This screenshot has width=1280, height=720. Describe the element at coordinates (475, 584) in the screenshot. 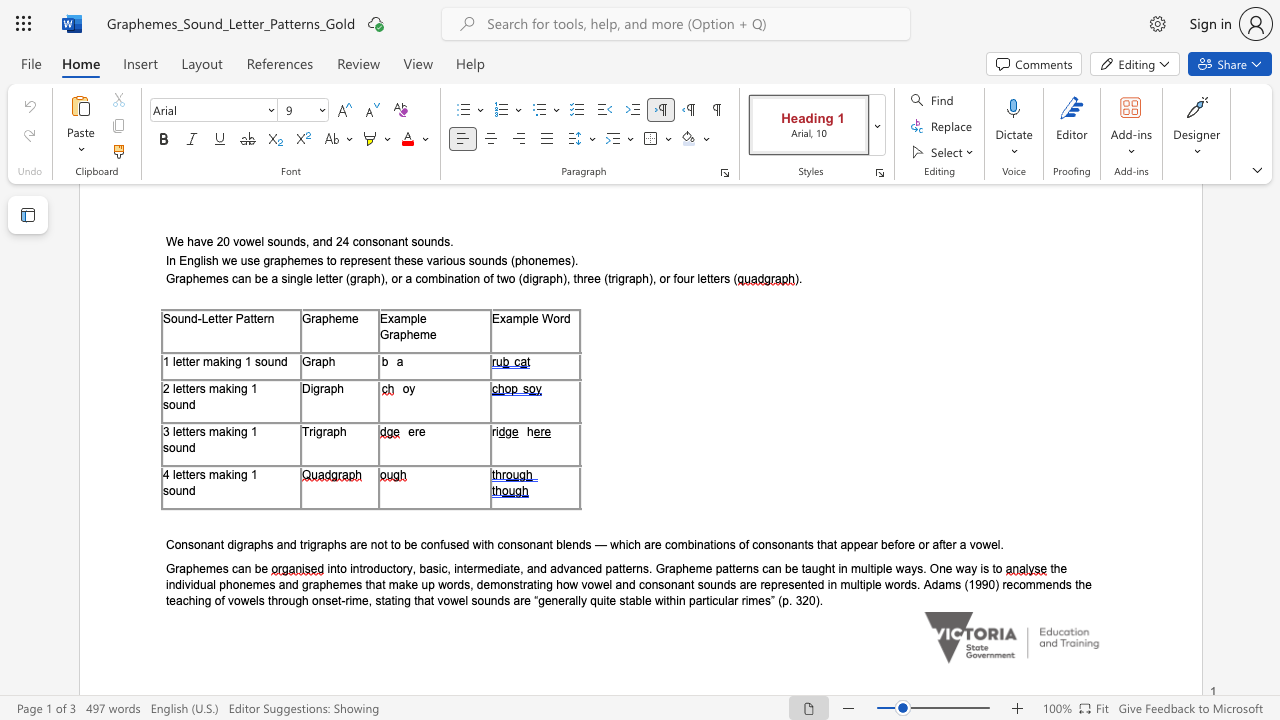

I see `the subset text "demonst" within the text "demonstrating"` at that location.